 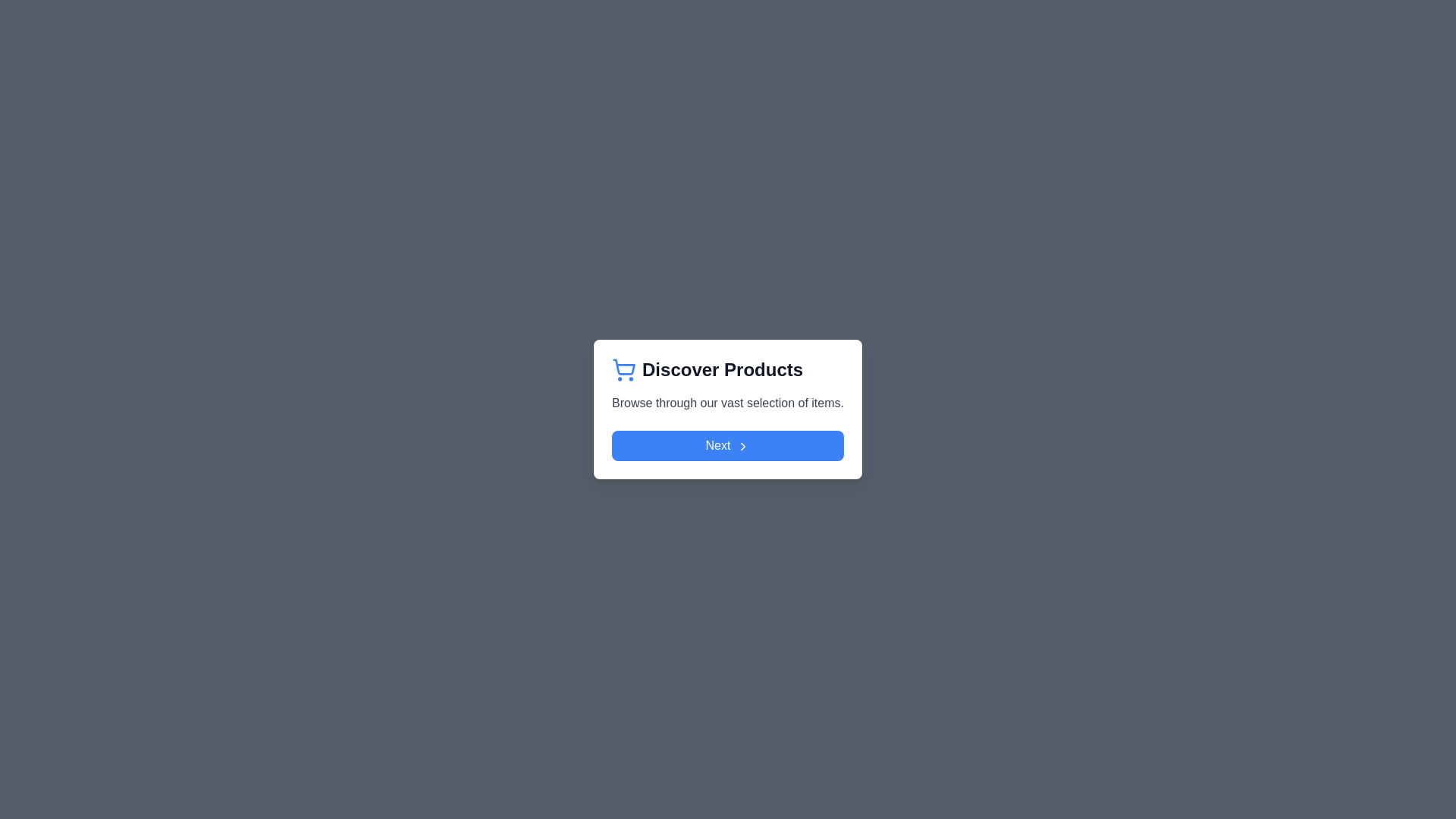 What do you see at coordinates (728, 370) in the screenshot?
I see `the heading with a decorative icon located at the top of the white card interface, which invites the user to browse products` at bounding box center [728, 370].